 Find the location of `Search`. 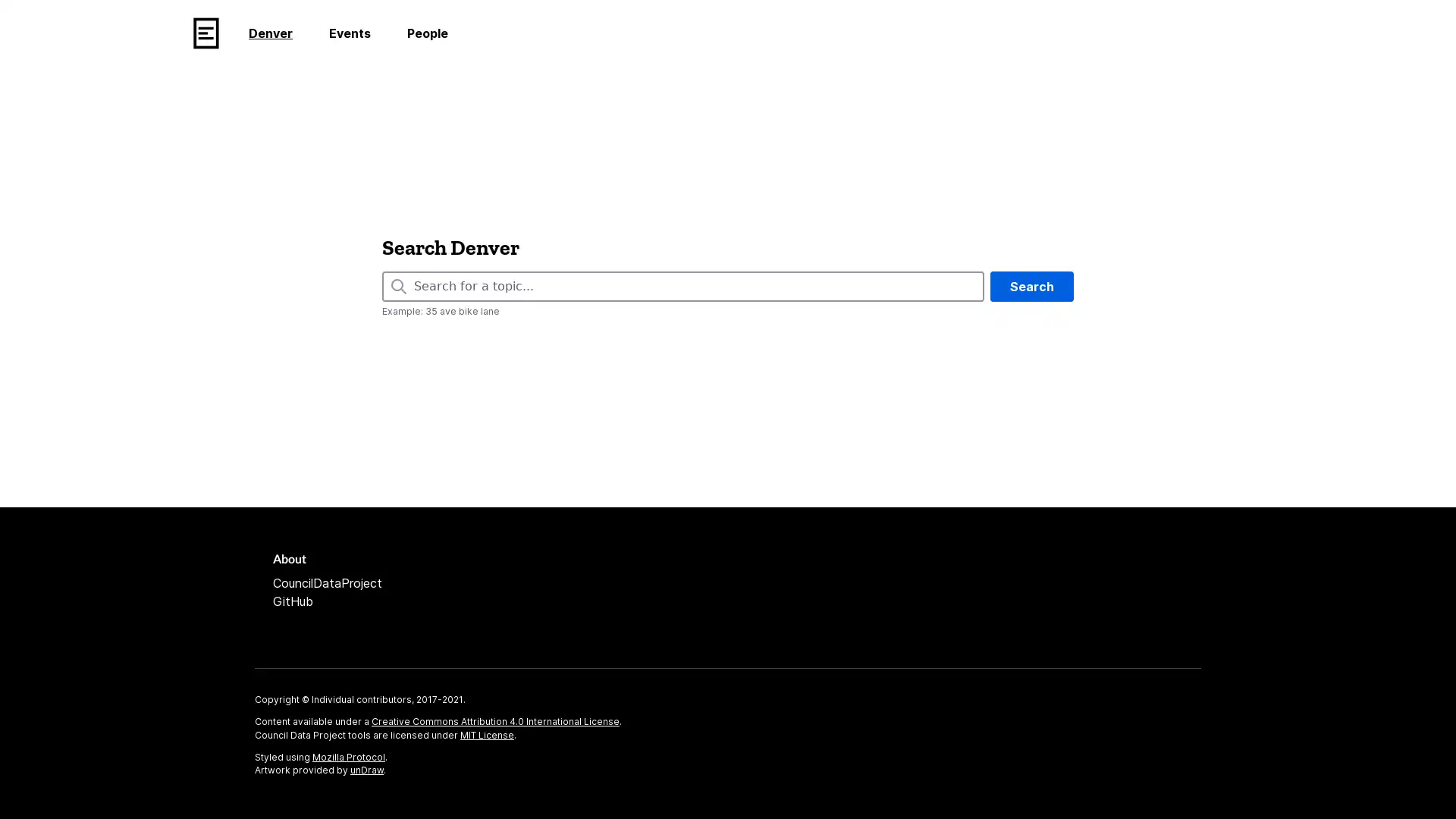

Search is located at coordinates (1031, 287).